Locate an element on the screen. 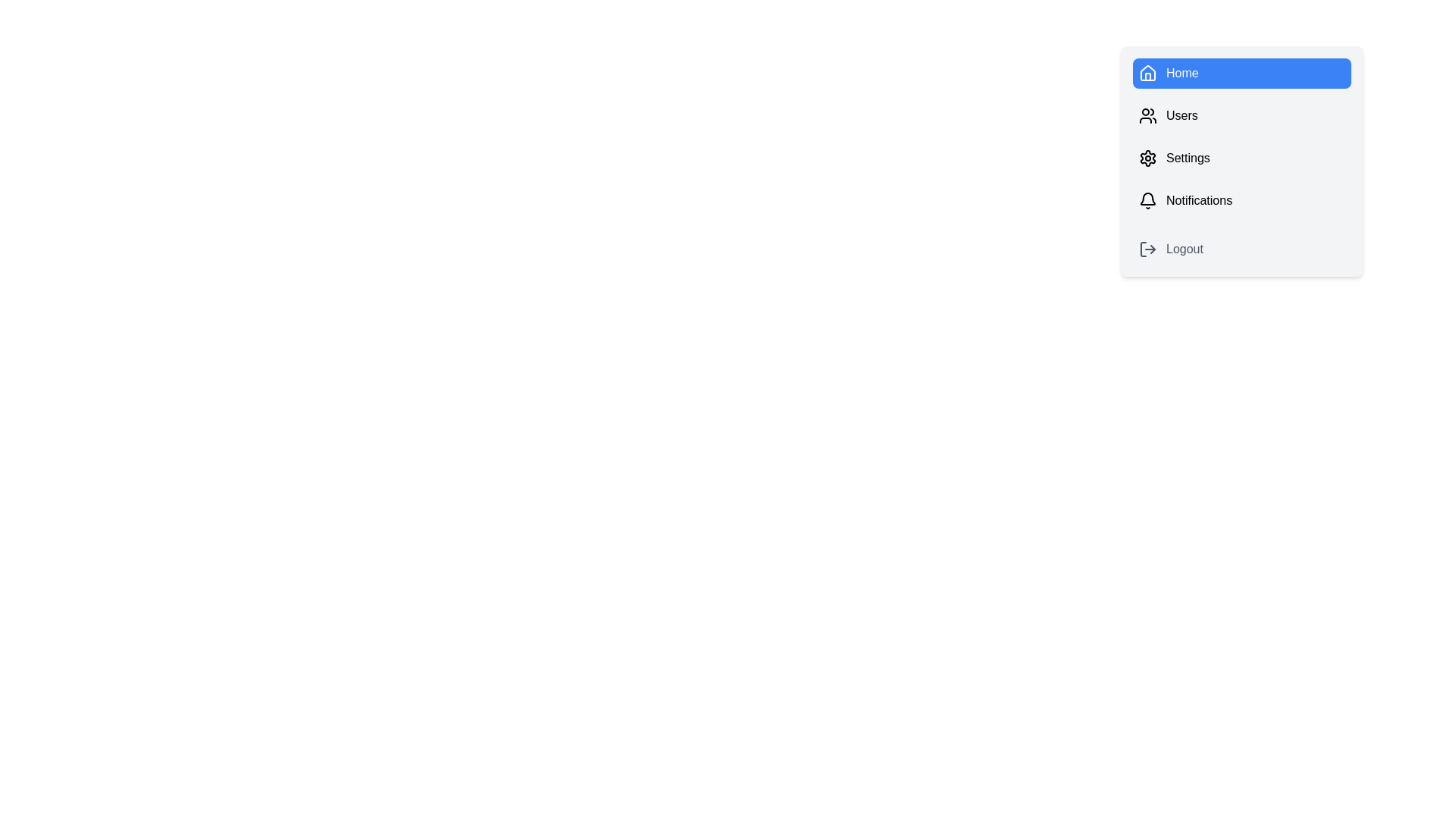 Image resolution: width=1456 pixels, height=819 pixels. the cogwheel gear icon in the vertical menu is located at coordinates (1147, 158).